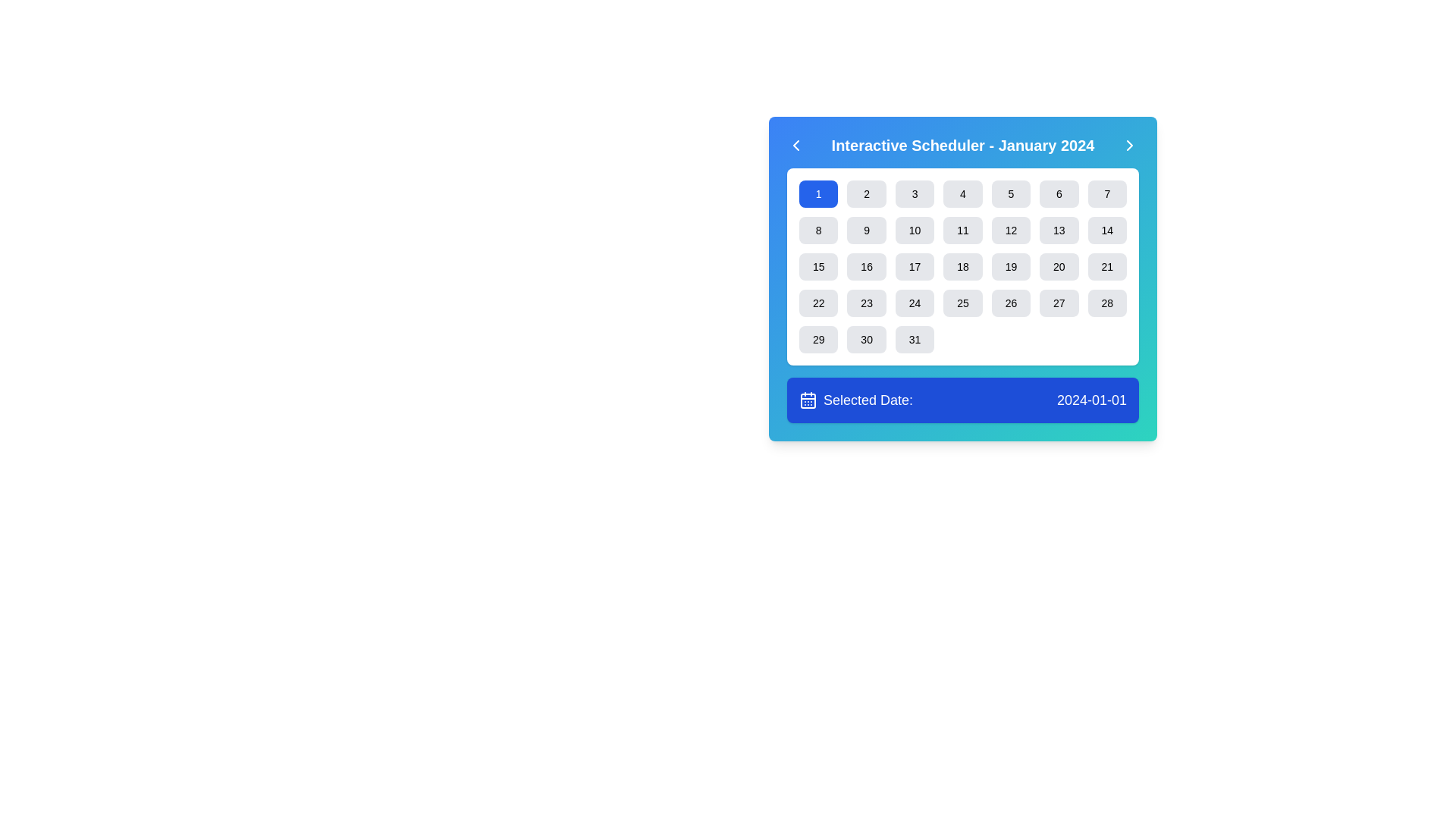  I want to click on the leftmost Icon button in the header bar of the 'Interactive Scheduler - January 2024', so click(795, 146).